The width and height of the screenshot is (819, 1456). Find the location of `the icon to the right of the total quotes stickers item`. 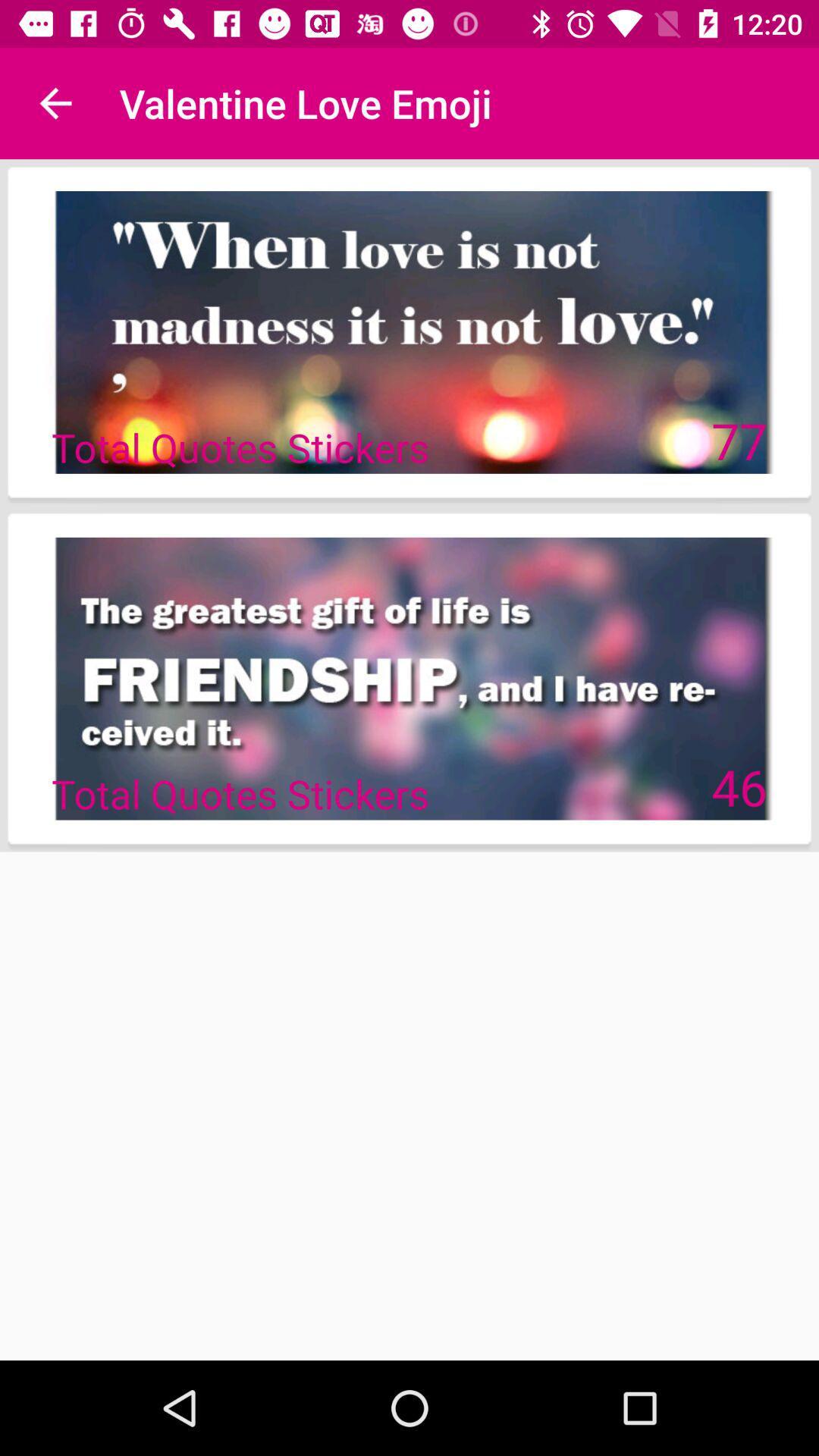

the icon to the right of the total quotes stickers item is located at coordinates (739, 786).